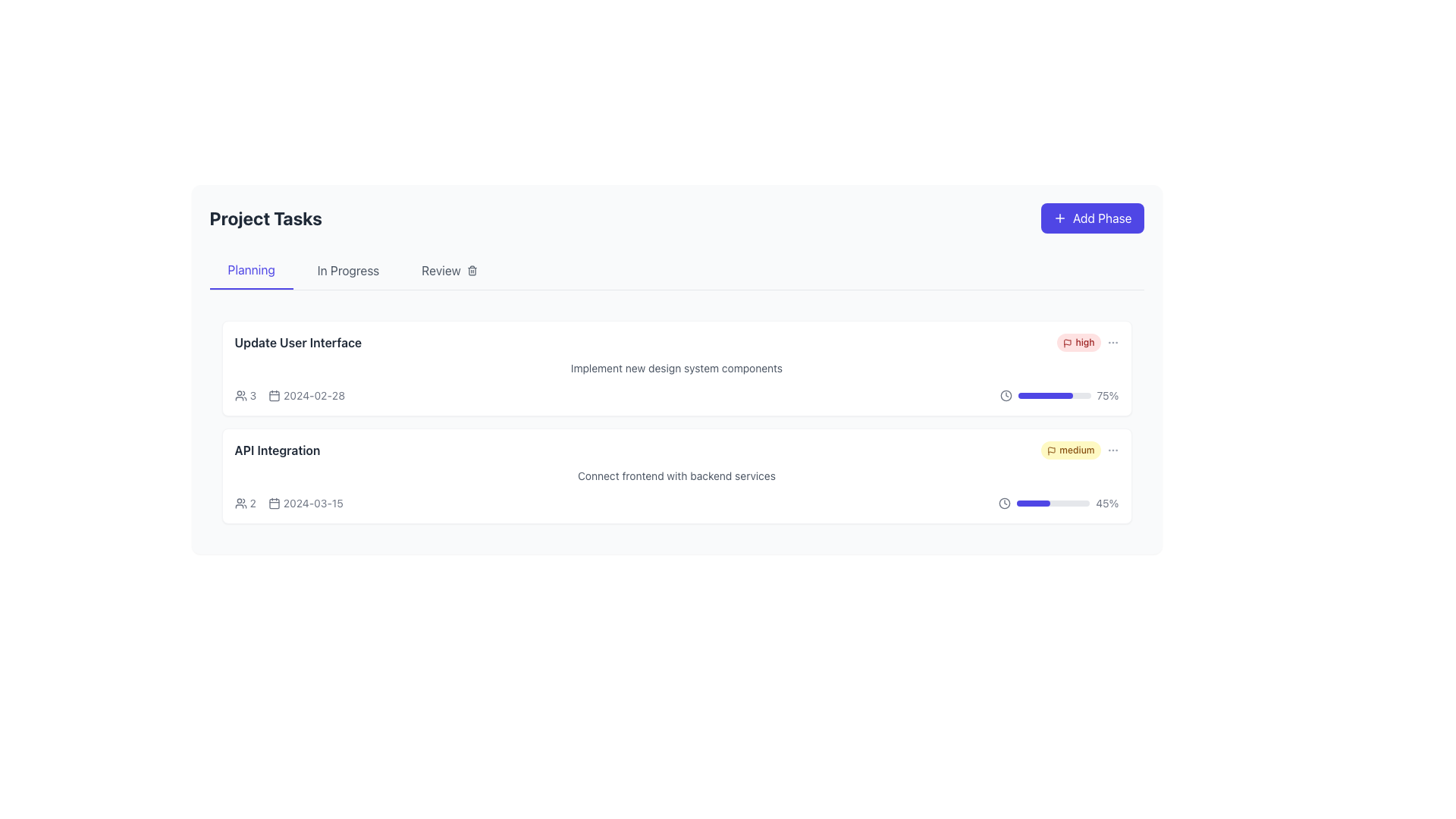  What do you see at coordinates (1092, 218) in the screenshot?
I see `the blue 'Add Phase' button with a white plus icon located in the top-right corner of the 'Project Tasks' header` at bounding box center [1092, 218].